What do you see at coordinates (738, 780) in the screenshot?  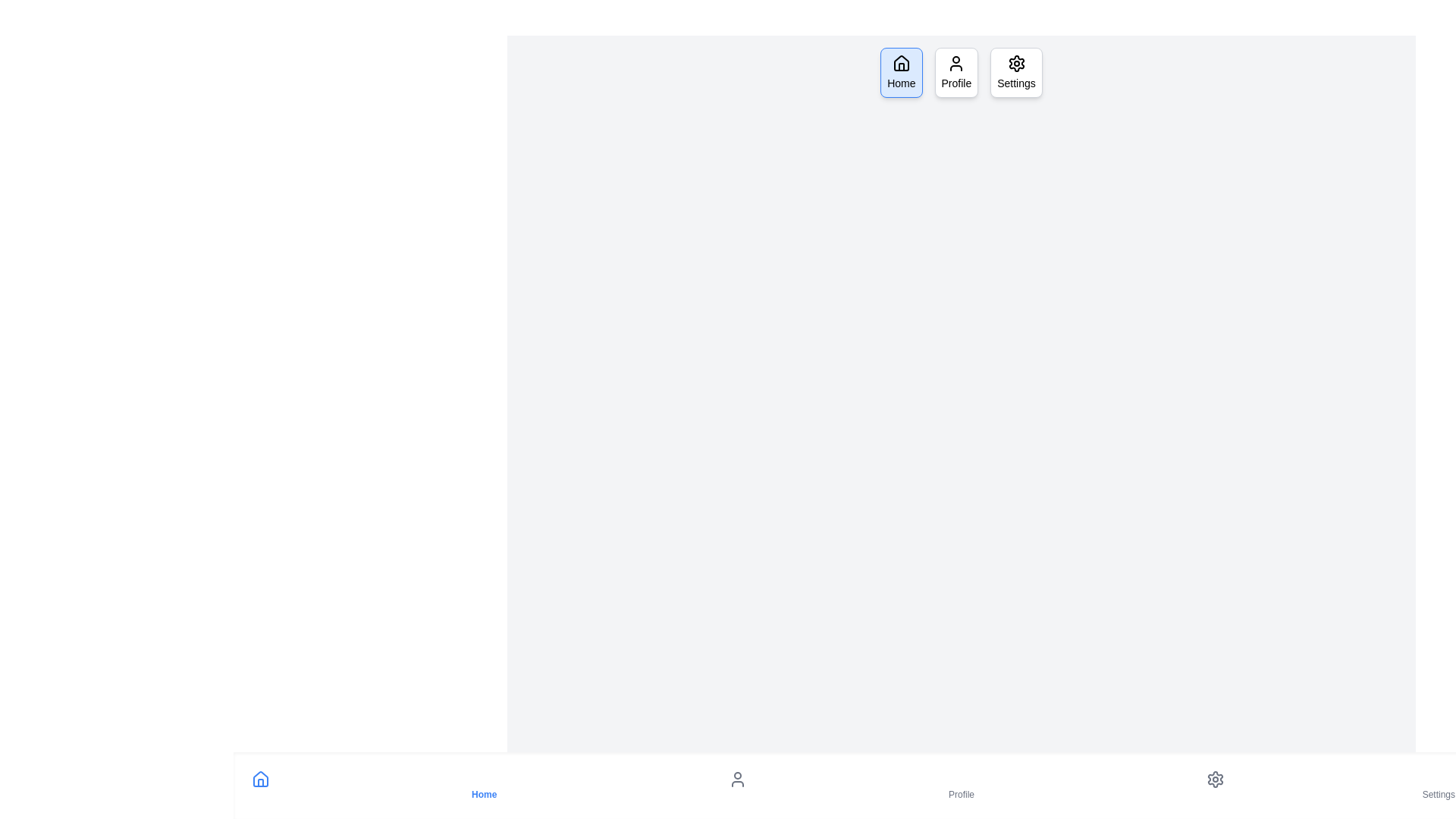 I see `the 'Profile' icon in the bottom navigation bar` at bounding box center [738, 780].